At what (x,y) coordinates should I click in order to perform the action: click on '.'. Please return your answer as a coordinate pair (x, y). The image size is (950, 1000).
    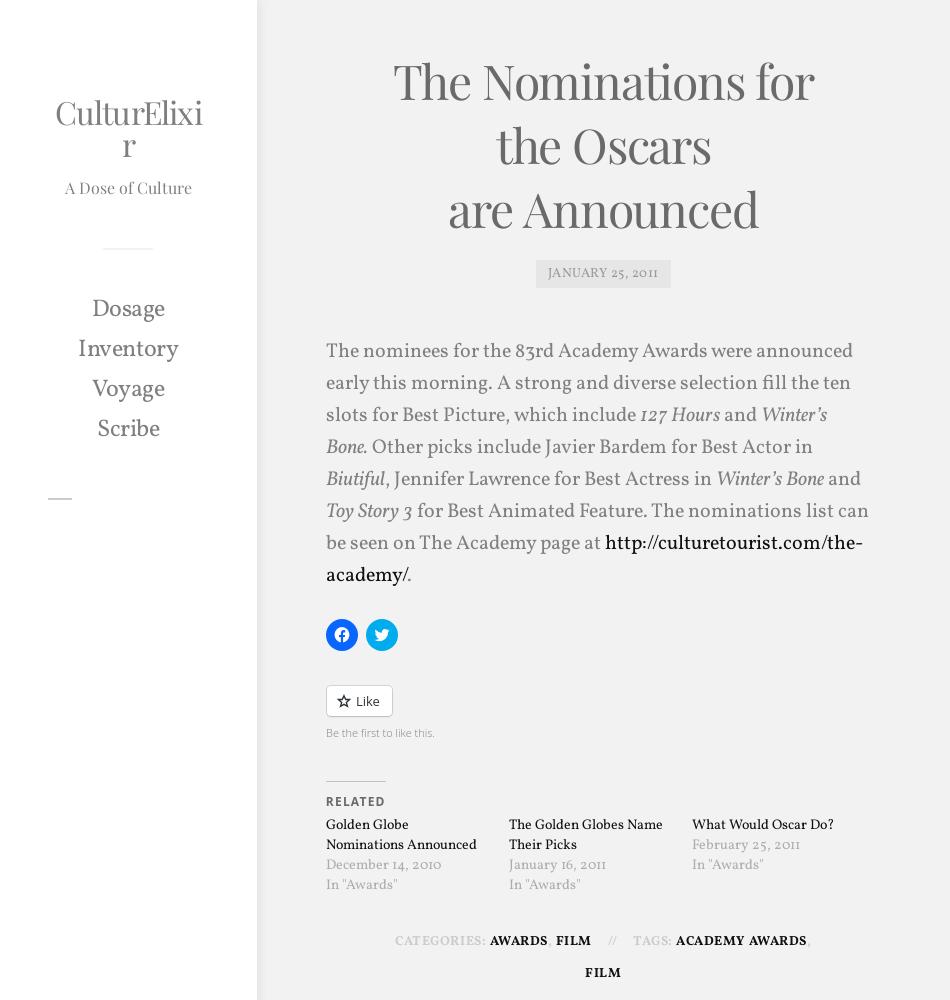
    Looking at the image, I should click on (407, 574).